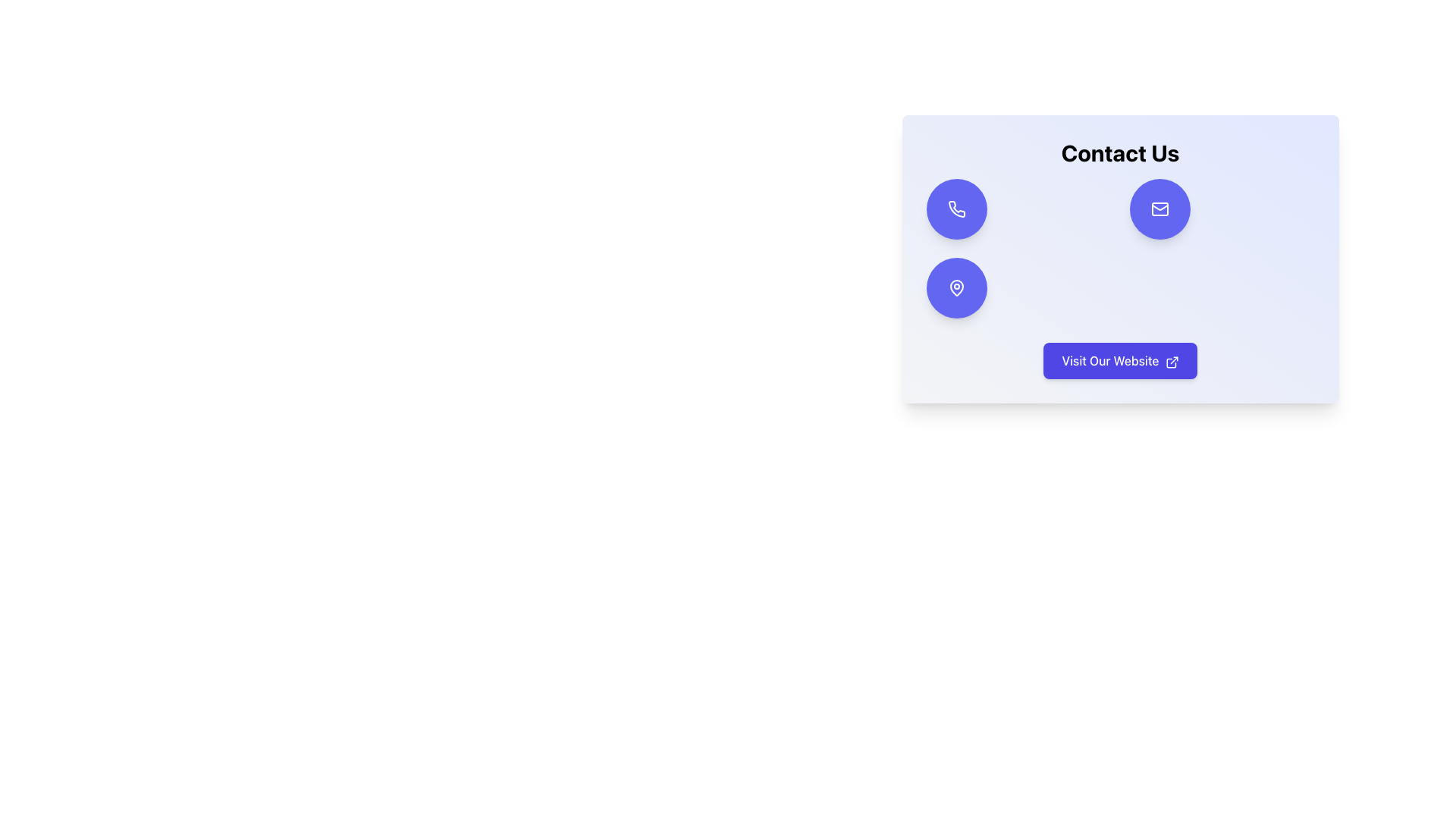 The width and height of the screenshot is (1456, 819). I want to click on the icon of the button labeled 'Visit Our Website' located at the bottom right corner of the 'Contact Us' group card, so click(1171, 362).